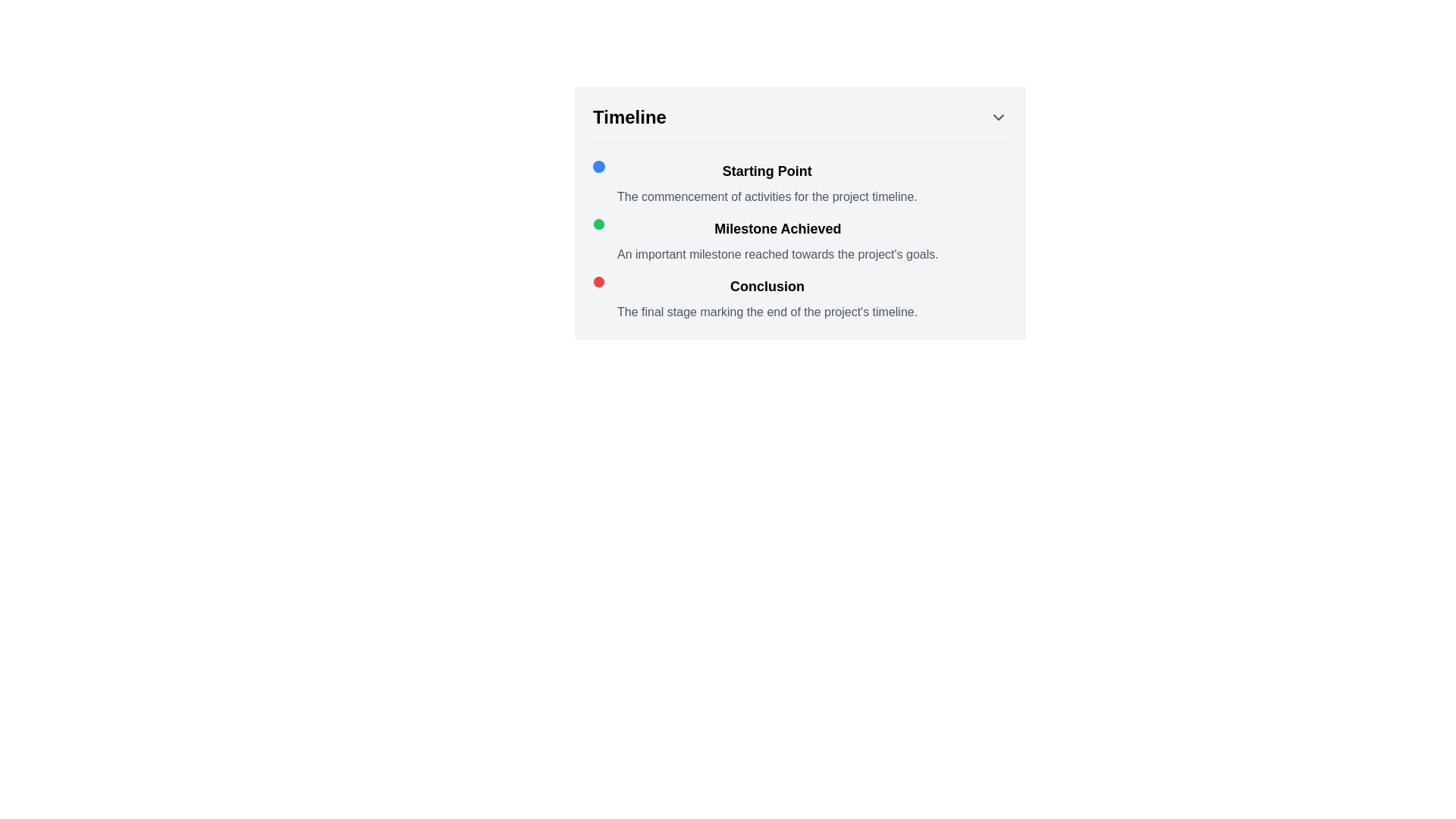 This screenshot has height=819, width=1456. I want to click on text from the 'Milestone Achieved' label, which is prominently displayed in a bold font within the timeline interface, so click(777, 228).